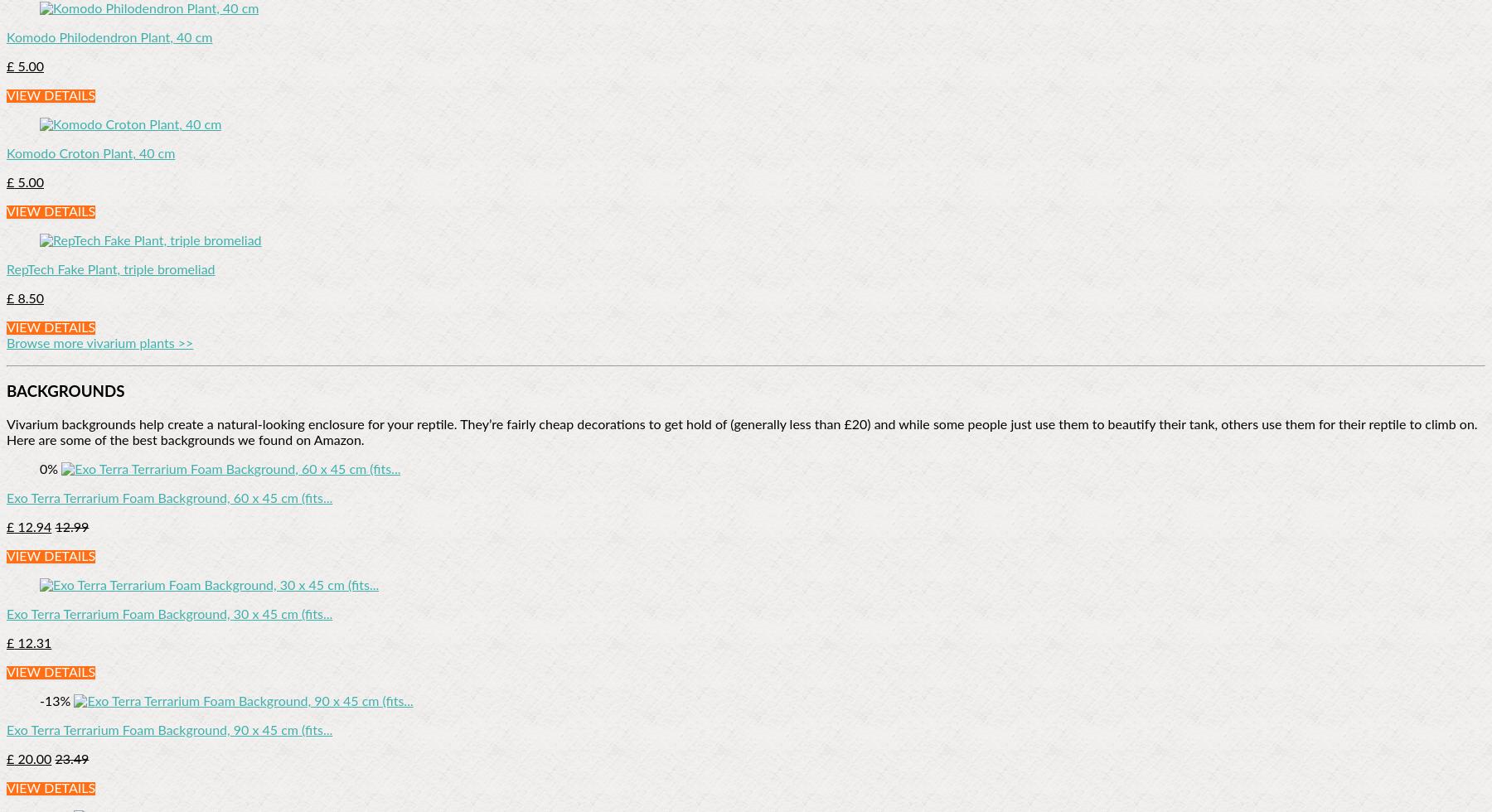 The width and height of the screenshot is (1492, 812). Describe the element at coordinates (110, 270) in the screenshot. I see `'RepTech Fake Plant, triple bromeliad'` at that location.